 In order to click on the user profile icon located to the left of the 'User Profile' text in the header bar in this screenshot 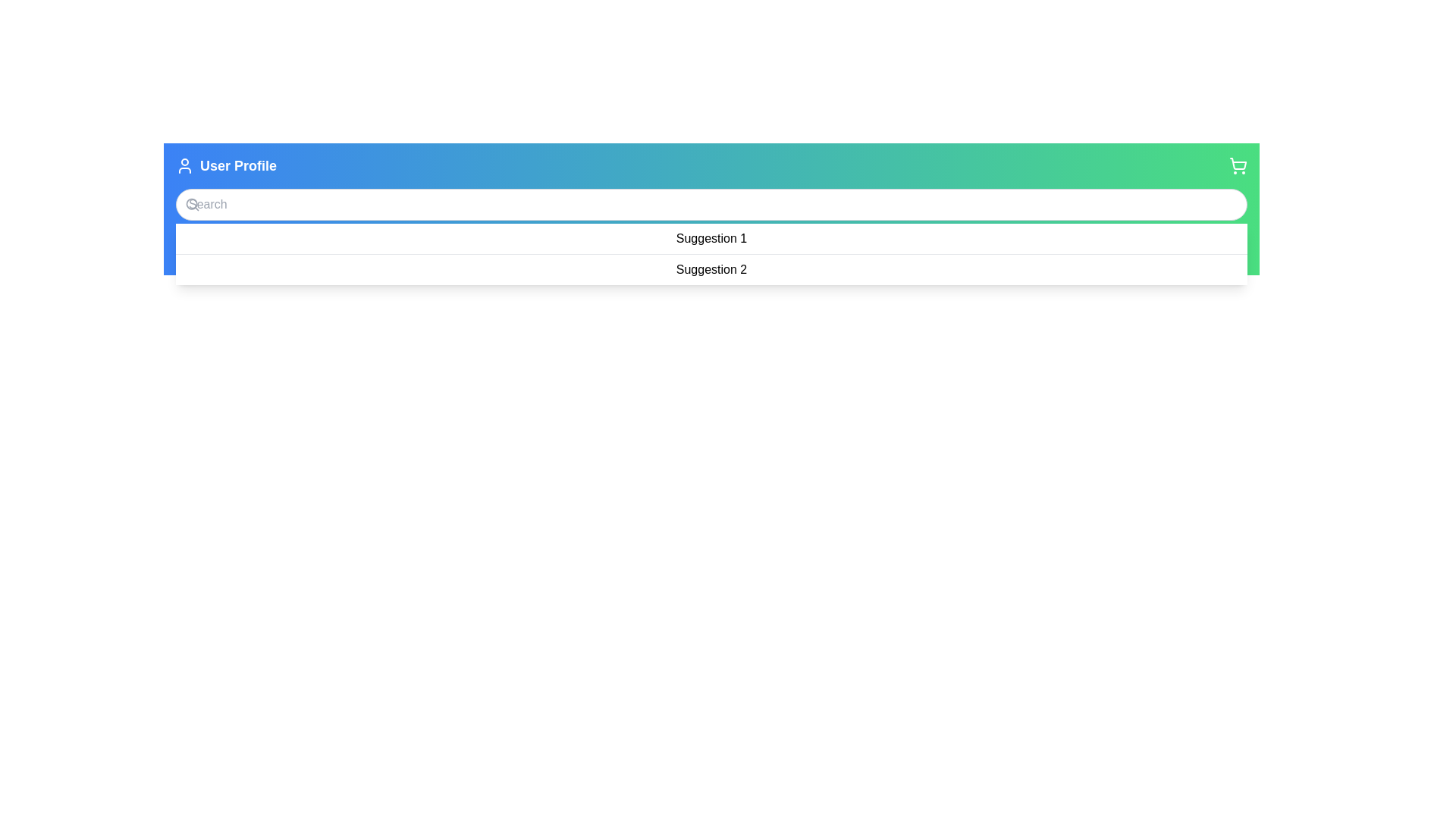, I will do `click(184, 166)`.